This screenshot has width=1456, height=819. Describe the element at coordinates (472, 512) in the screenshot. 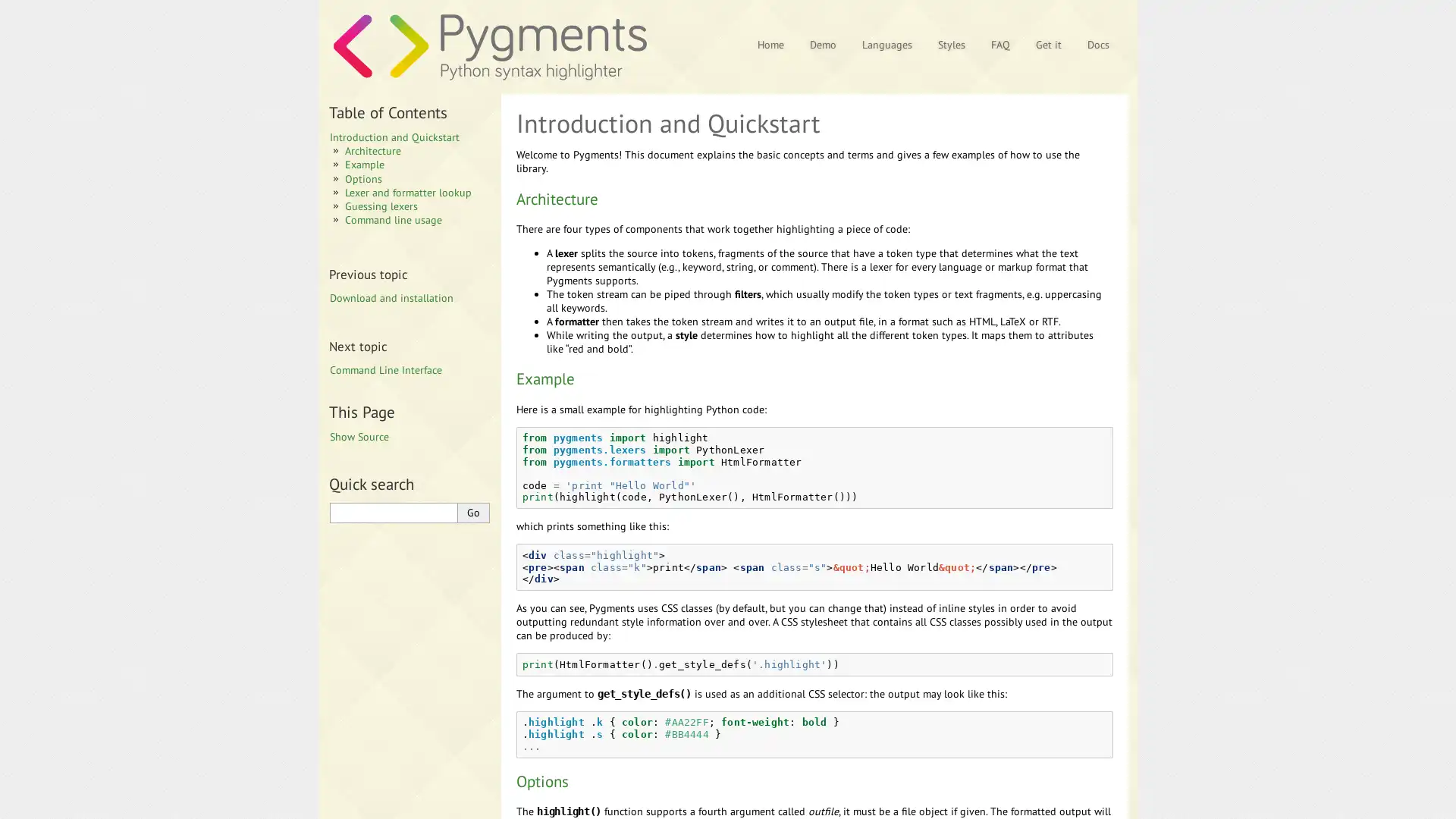

I see `Go` at that location.